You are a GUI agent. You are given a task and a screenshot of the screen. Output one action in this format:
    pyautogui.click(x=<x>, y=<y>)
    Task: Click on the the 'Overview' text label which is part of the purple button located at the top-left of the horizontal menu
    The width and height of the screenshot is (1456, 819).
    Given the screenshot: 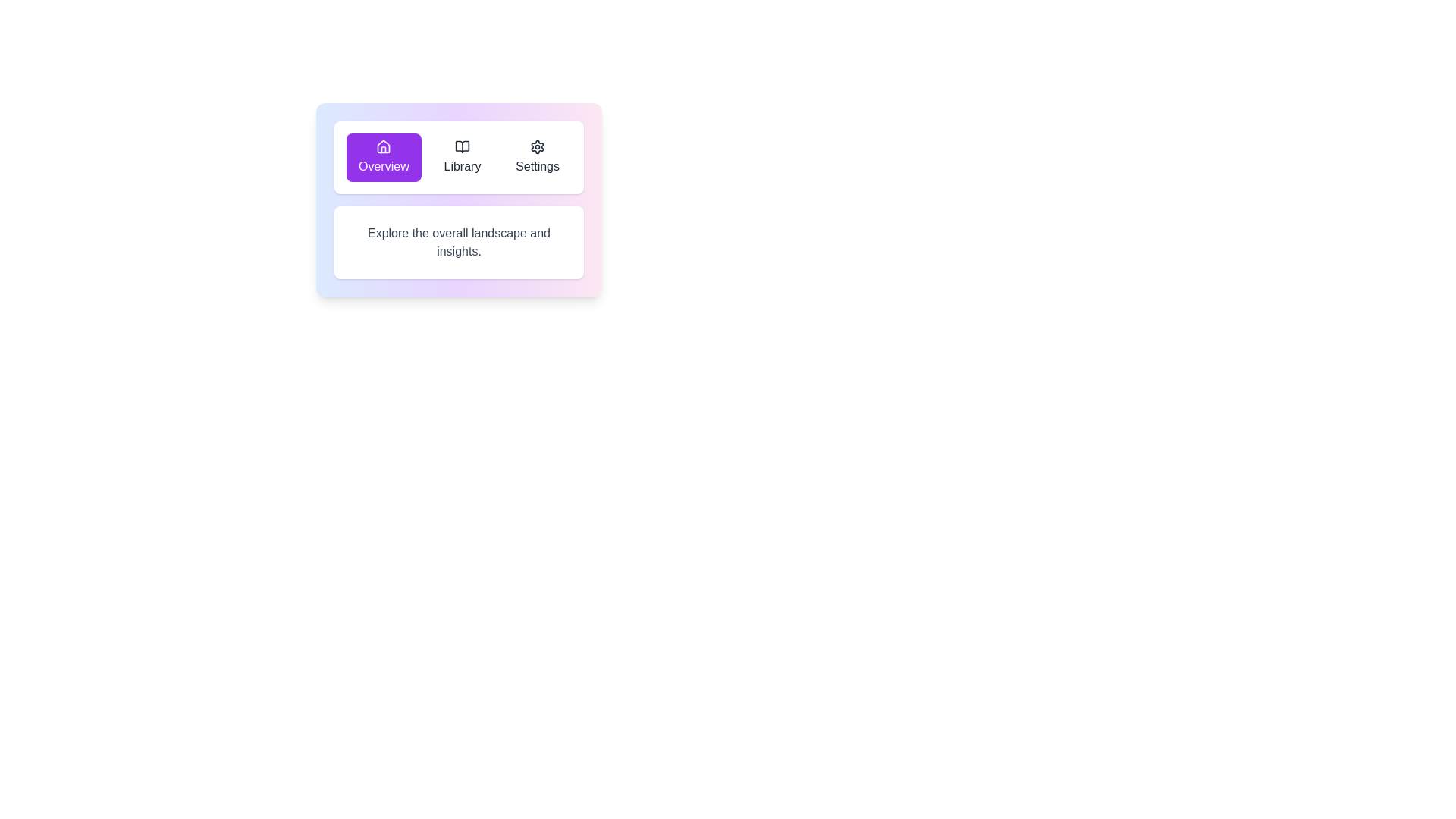 What is the action you would take?
    pyautogui.click(x=384, y=166)
    